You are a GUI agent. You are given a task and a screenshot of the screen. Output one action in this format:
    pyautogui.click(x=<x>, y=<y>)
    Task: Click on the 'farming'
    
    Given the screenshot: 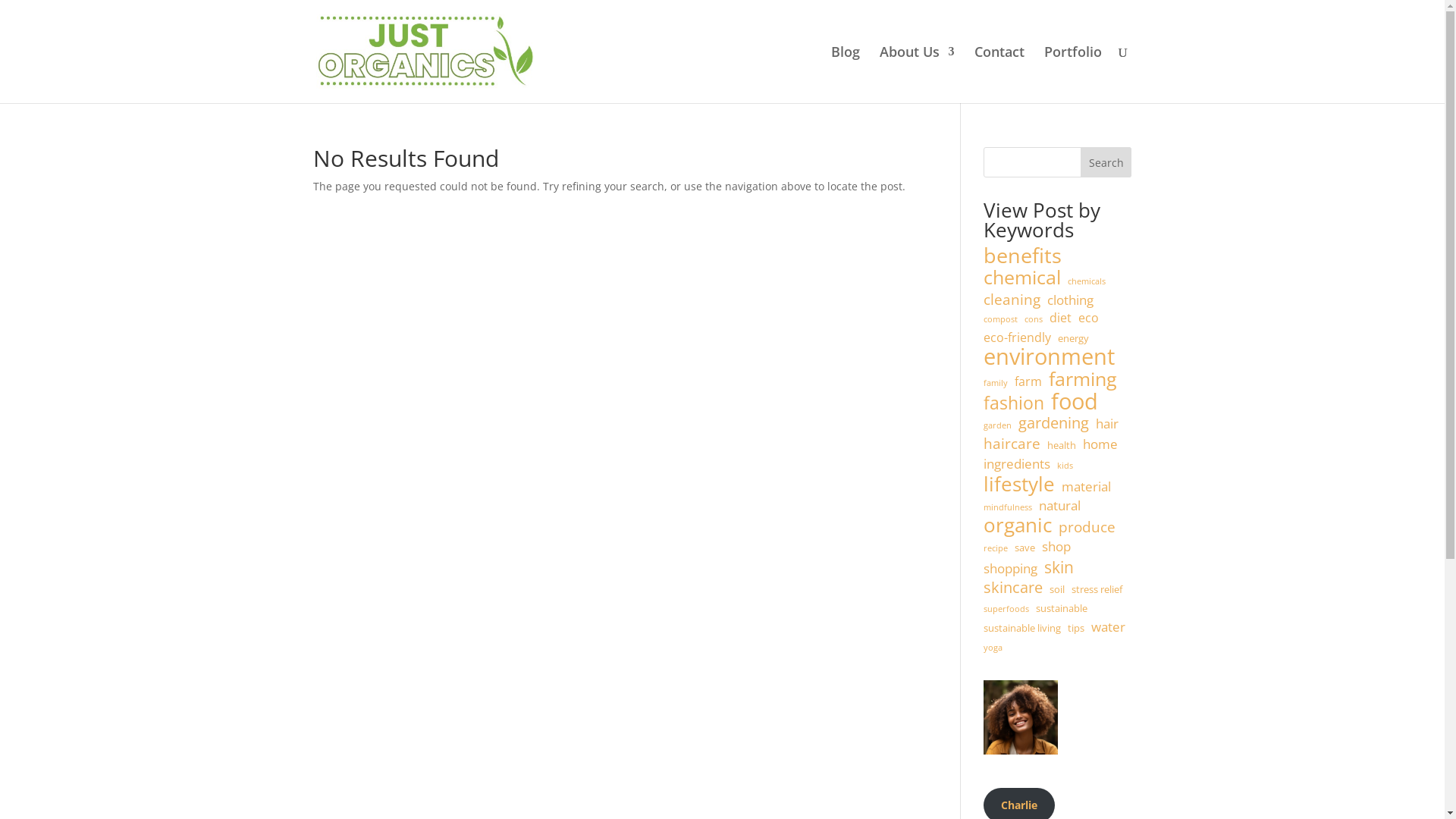 What is the action you would take?
    pyautogui.click(x=1047, y=378)
    